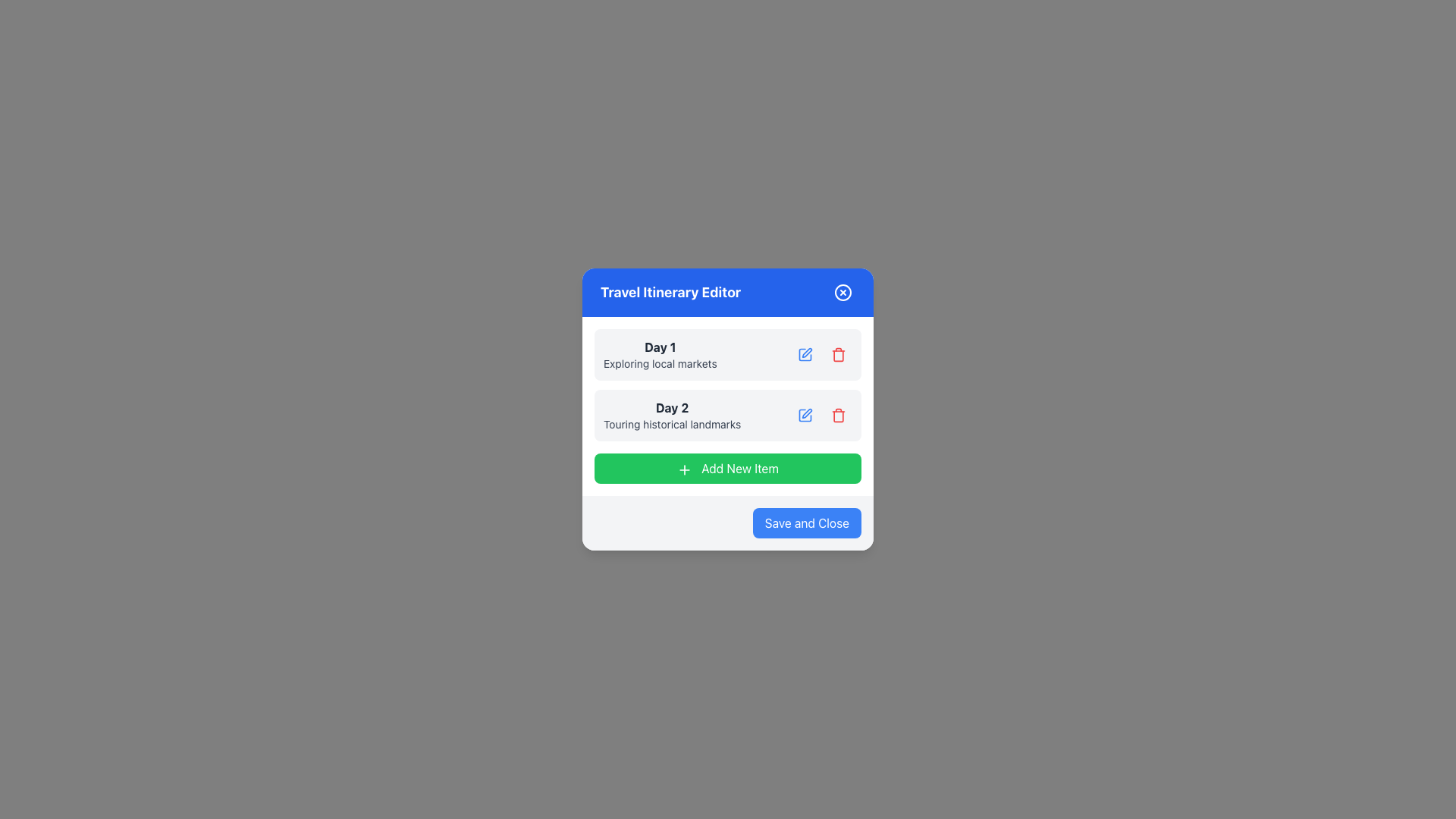  What do you see at coordinates (843, 292) in the screenshot?
I see `the small circular button with a blue background and a white border that contains a minimalist 'X' icon` at bounding box center [843, 292].